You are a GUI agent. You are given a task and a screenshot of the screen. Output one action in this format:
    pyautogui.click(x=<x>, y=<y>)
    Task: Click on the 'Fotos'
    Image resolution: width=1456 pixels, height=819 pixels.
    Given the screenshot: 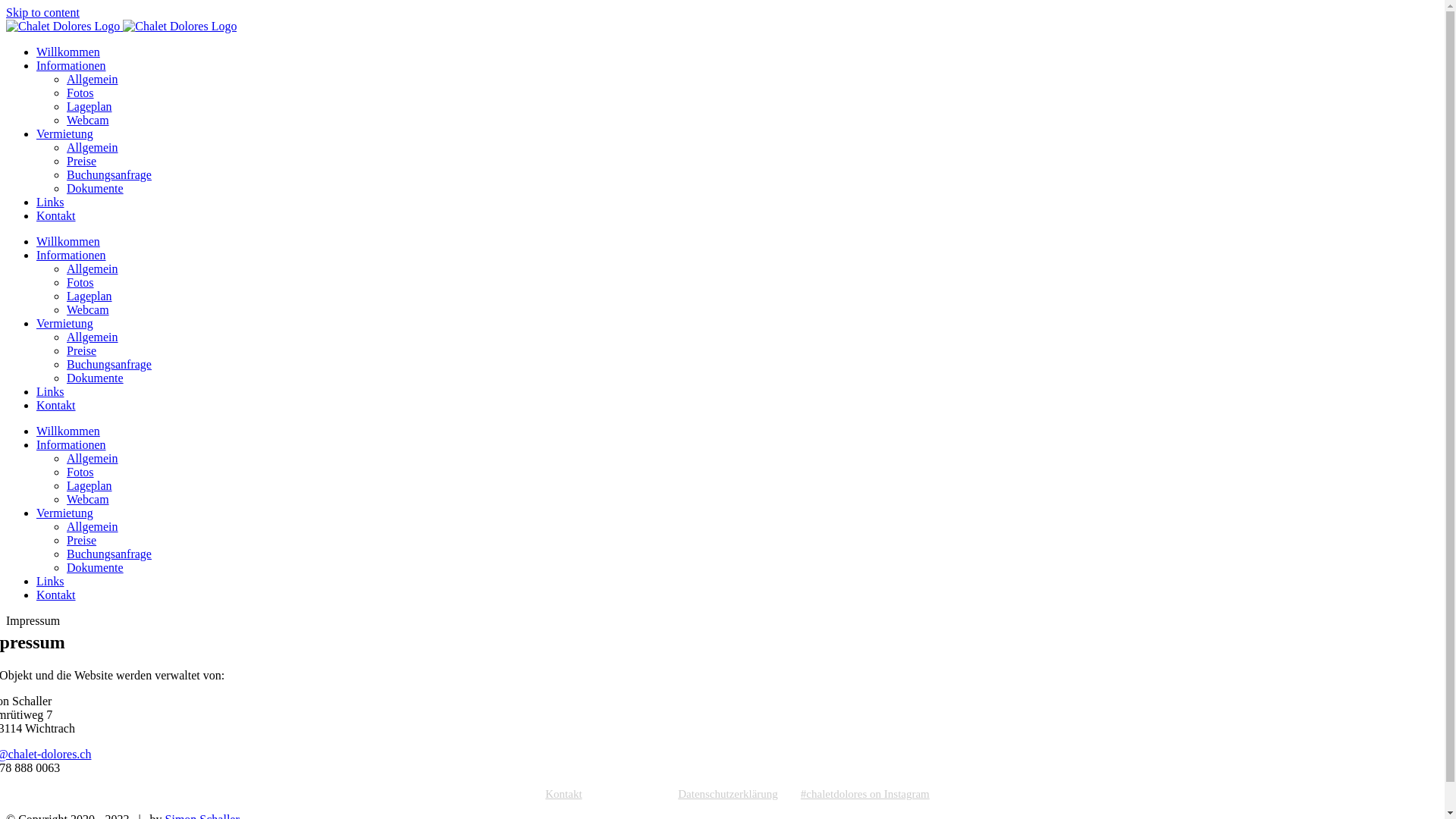 What is the action you would take?
    pyautogui.click(x=79, y=282)
    